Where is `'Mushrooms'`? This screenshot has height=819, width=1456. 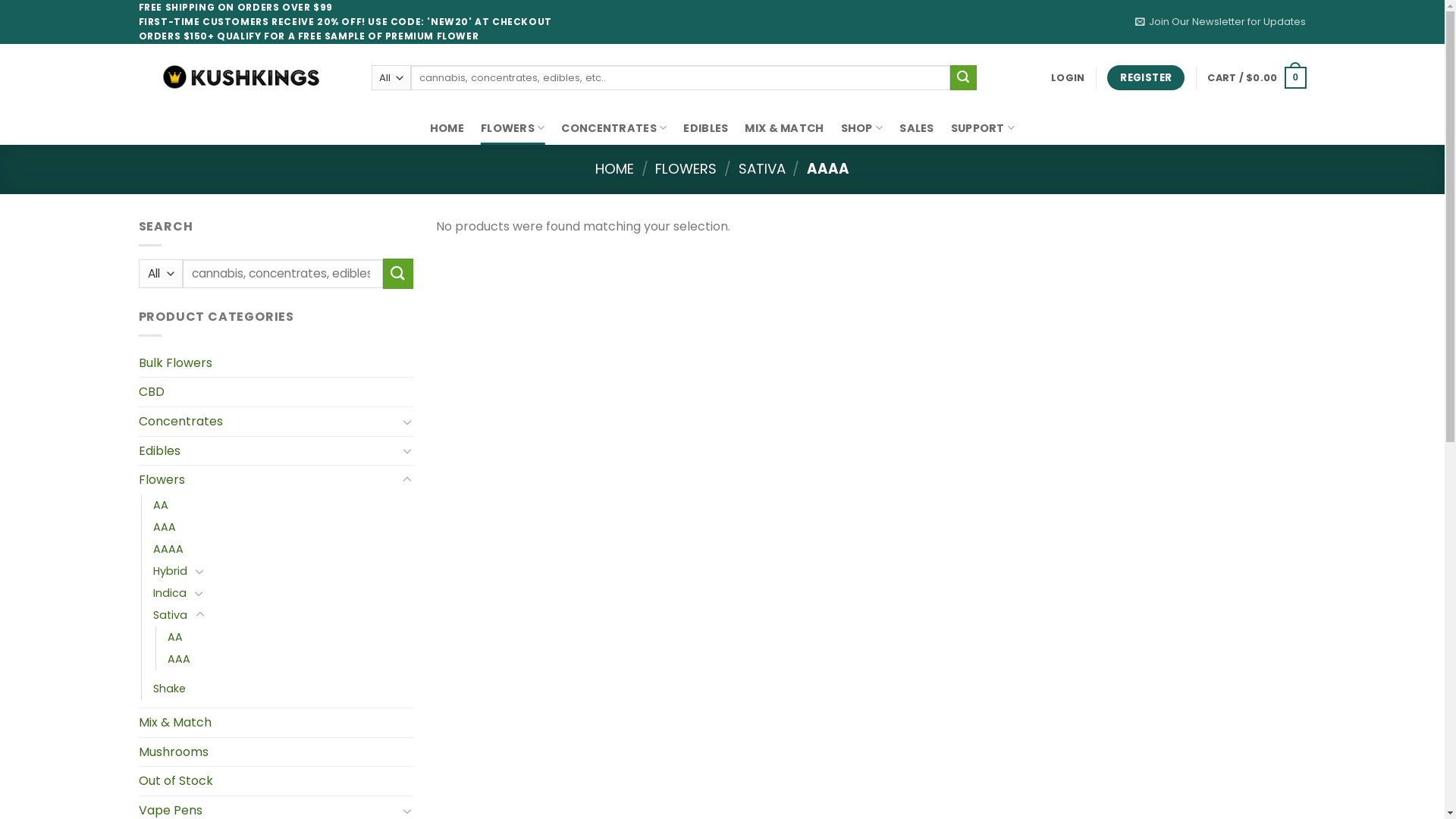 'Mushrooms' is located at coordinates (138, 752).